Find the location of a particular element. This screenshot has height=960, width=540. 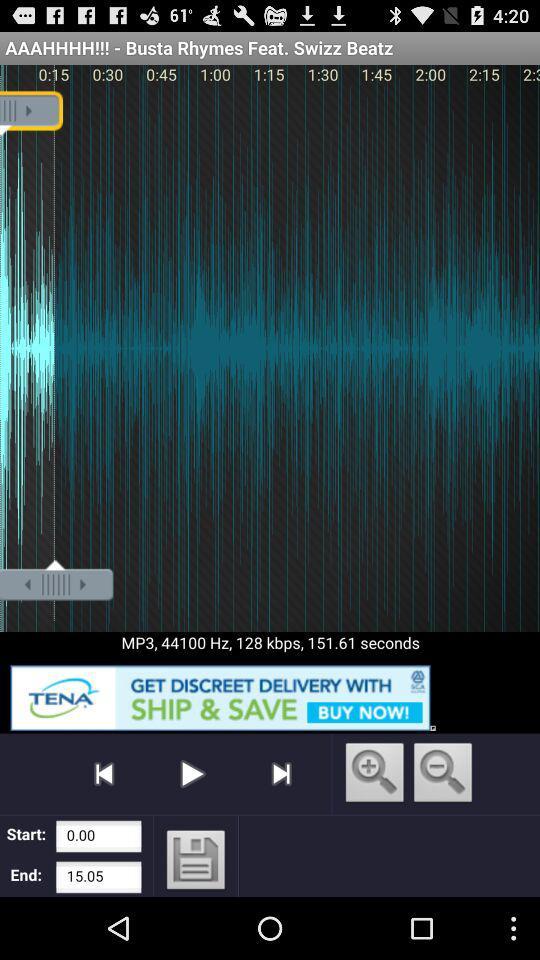

open advertisement is located at coordinates (270, 694).